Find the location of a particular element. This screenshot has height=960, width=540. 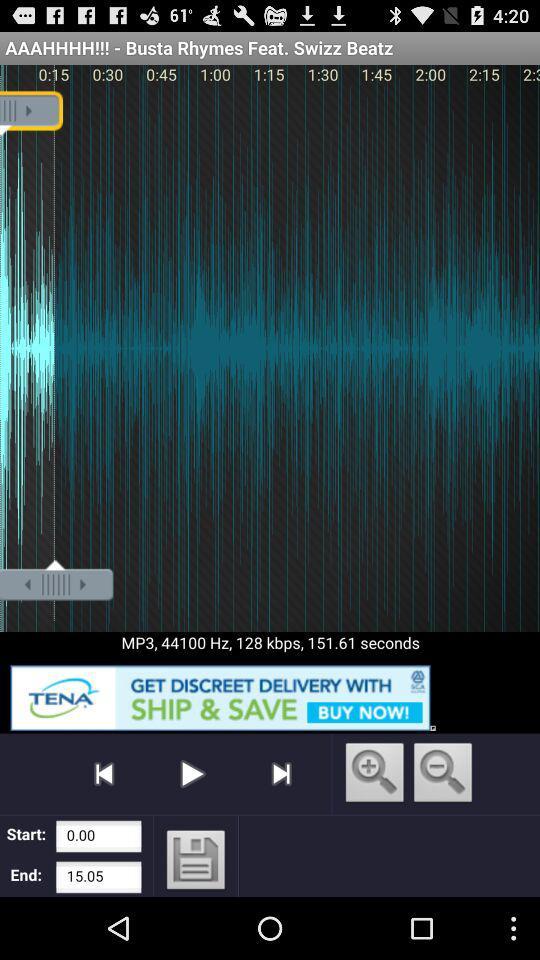

open advertisement is located at coordinates (270, 694).